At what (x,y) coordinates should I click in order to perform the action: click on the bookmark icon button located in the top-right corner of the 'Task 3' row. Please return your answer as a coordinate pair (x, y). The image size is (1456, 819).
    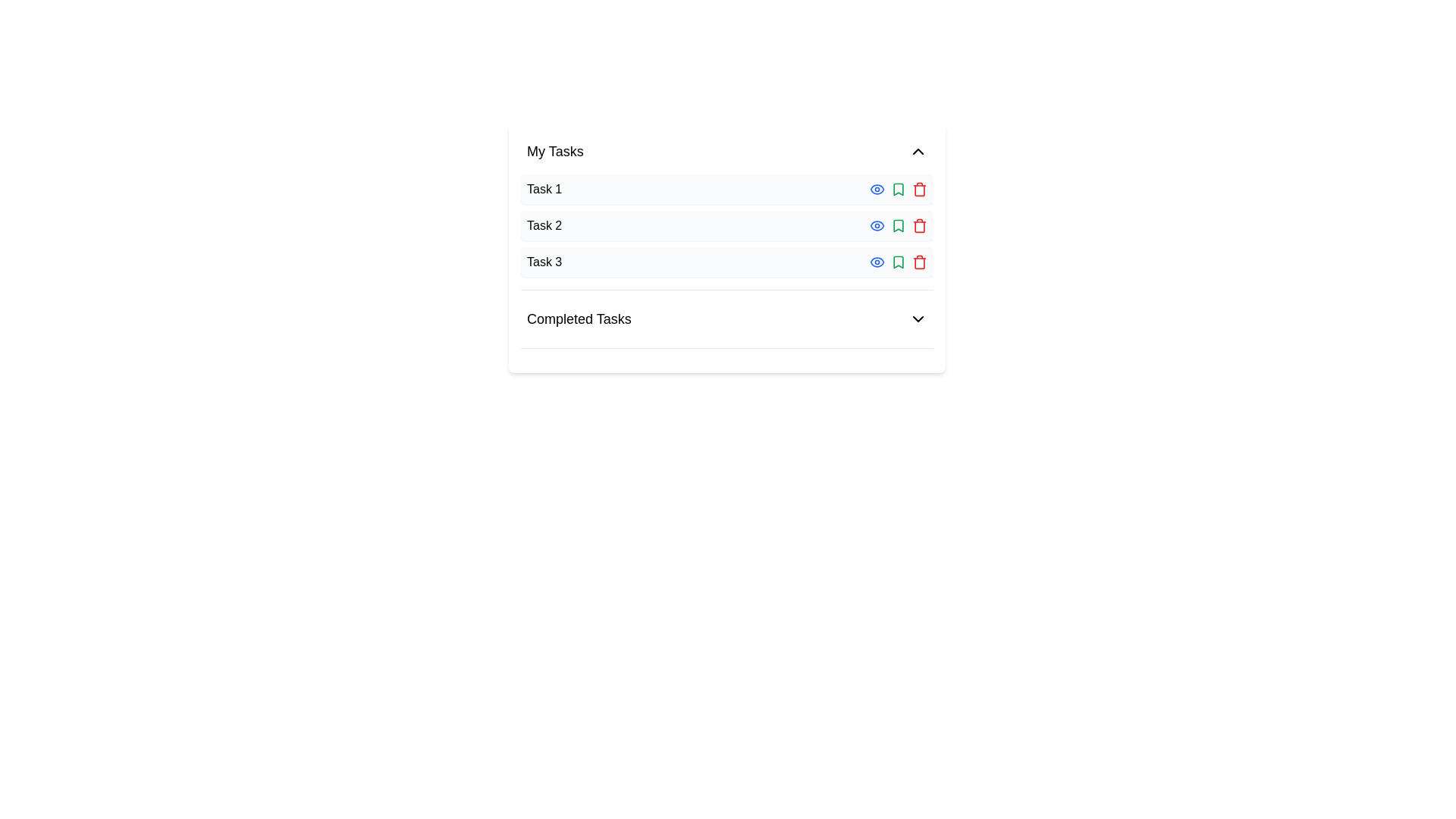
    Looking at the image, I should click on (899, 262).